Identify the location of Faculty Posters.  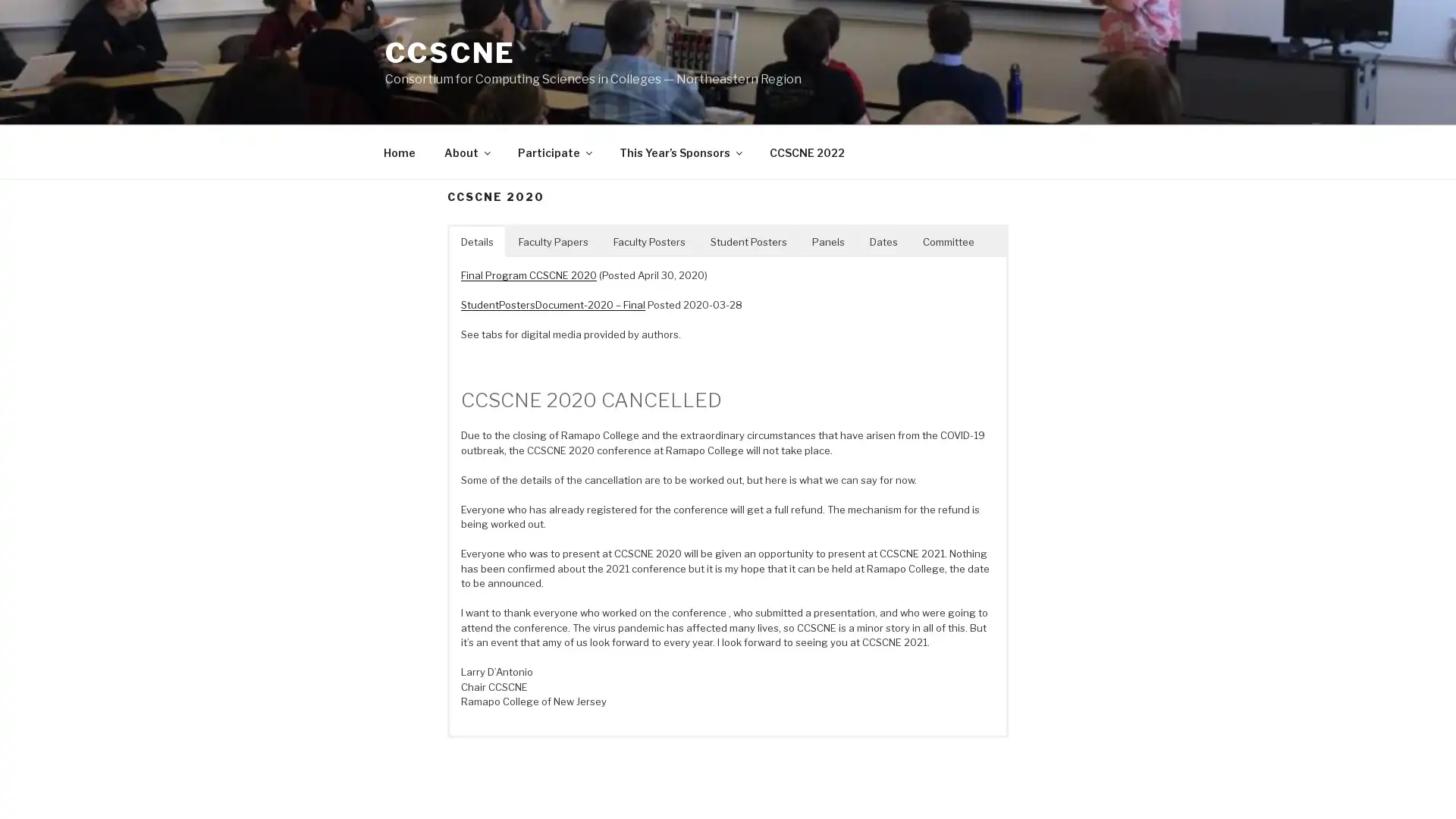
(649, 240).